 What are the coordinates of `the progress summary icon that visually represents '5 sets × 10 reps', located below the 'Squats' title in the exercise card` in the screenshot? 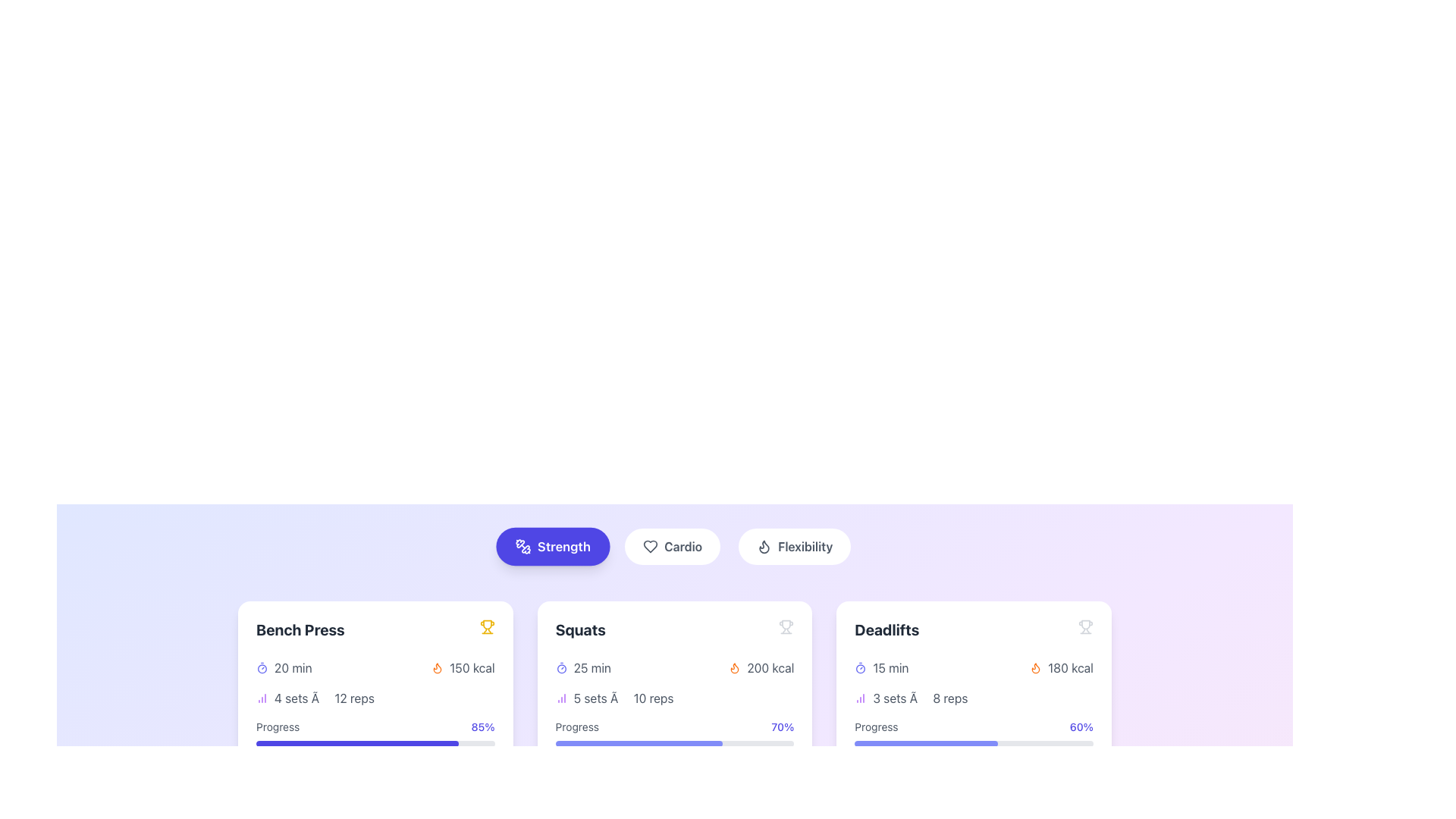 It's located at (560, 698).